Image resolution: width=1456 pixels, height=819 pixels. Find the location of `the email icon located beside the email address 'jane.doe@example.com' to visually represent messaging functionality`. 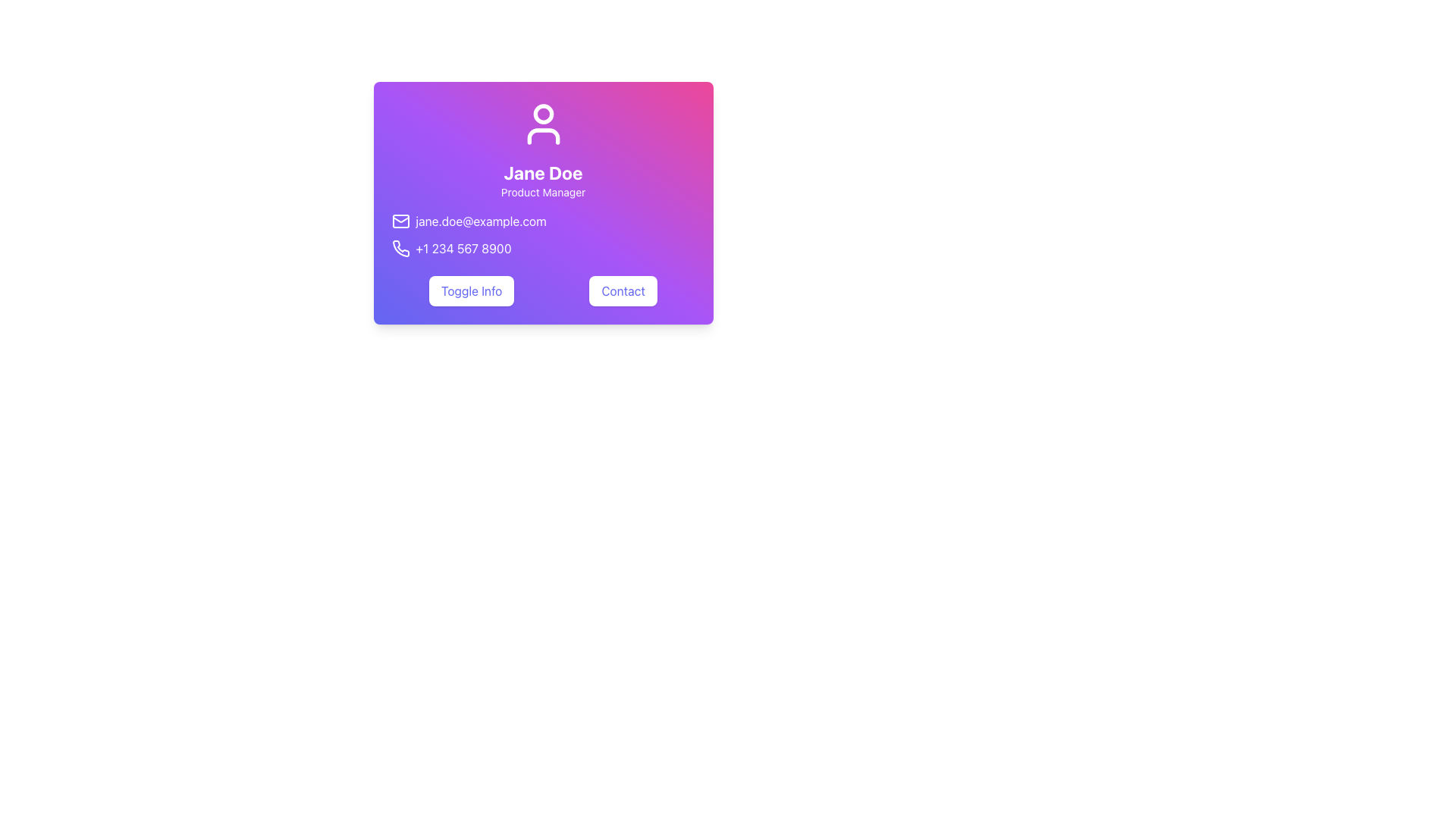

the email icon located beside the email address 'jane.doe@example.com' to visually represent messaging functionality is located at coordinates (400, 221).